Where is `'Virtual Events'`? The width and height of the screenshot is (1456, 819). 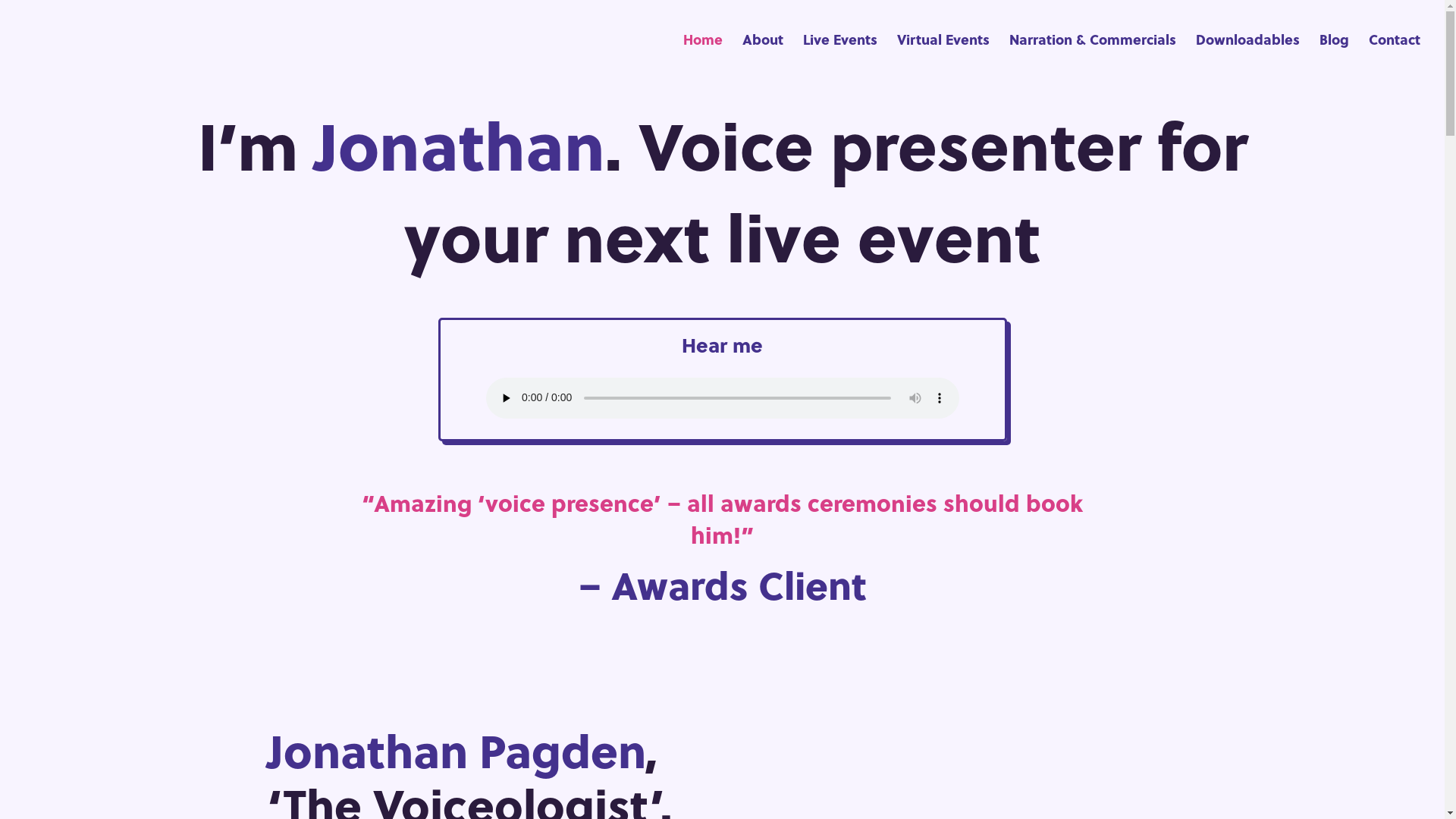
'Virtual Events' is located at coordinates (896, 55).